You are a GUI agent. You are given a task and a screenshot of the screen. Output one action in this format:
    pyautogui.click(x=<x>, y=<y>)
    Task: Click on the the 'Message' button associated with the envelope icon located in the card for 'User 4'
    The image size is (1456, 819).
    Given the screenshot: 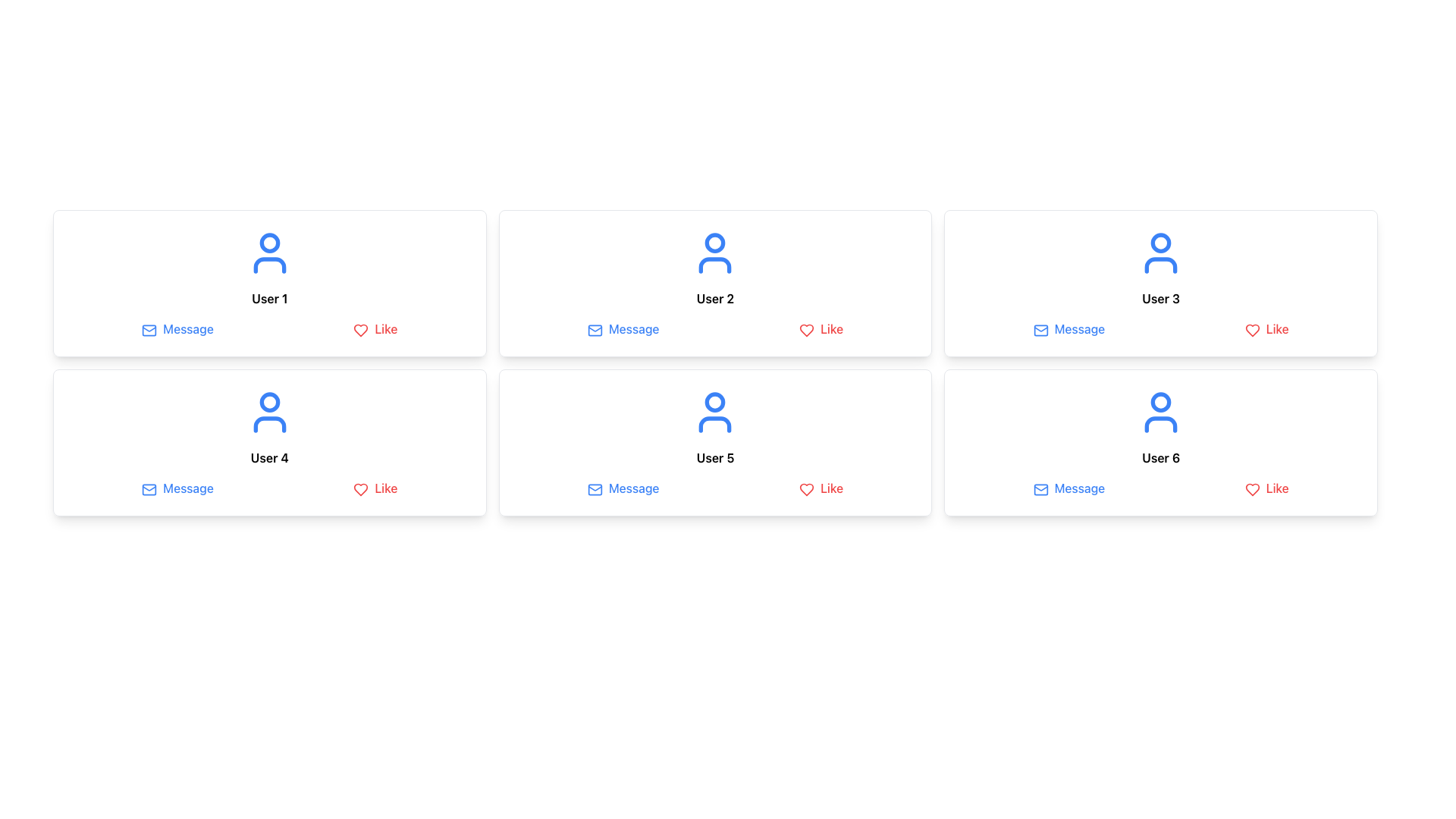 What is the action you would take?
    pyautogui.click(x=149, y=489)
    